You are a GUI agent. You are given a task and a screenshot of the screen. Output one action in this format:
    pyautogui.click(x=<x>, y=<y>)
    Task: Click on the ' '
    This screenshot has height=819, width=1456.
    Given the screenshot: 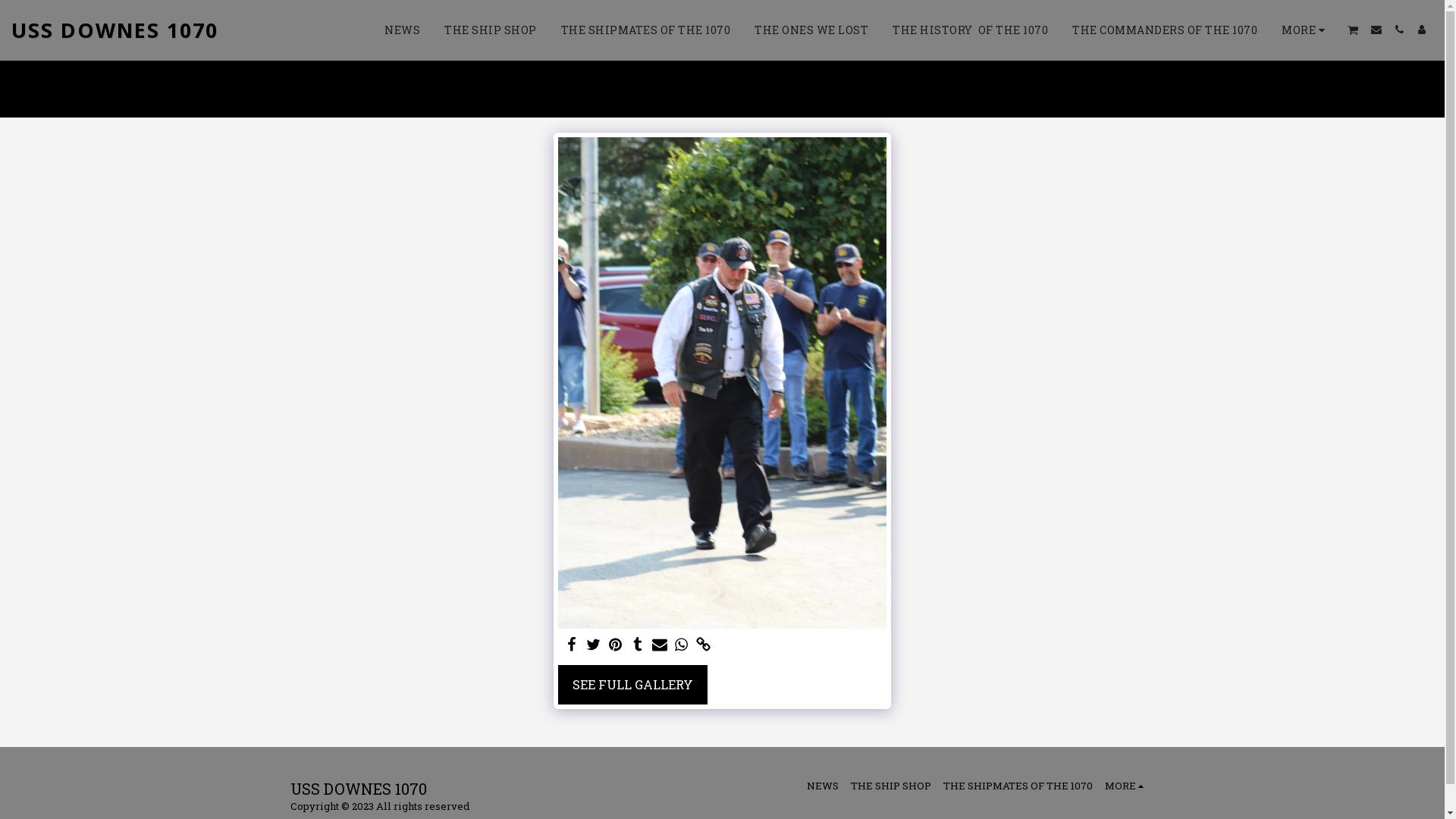 What is the action you would take?
    pyautogui.click(x=659, y=645)
    